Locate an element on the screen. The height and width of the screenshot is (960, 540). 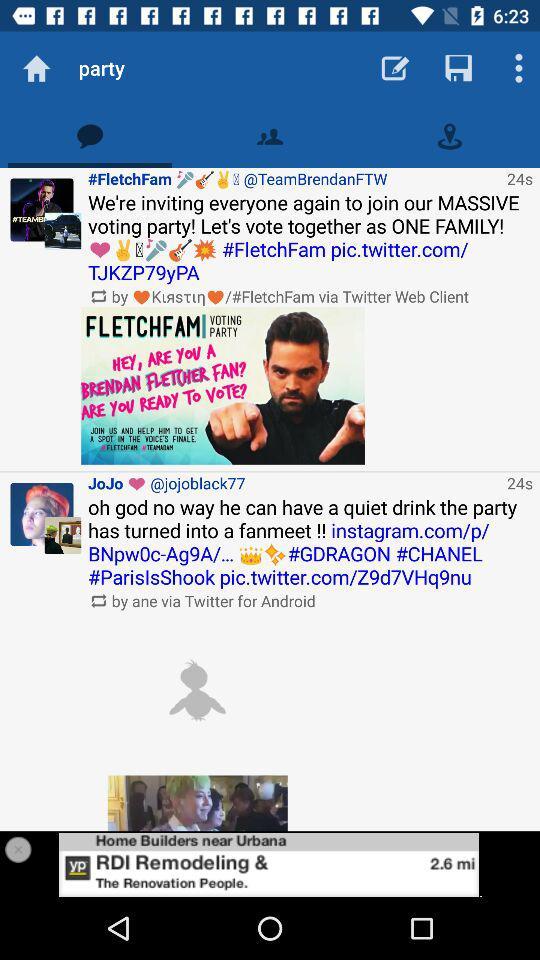
enlarge picture is located at coordinates (197, 803).